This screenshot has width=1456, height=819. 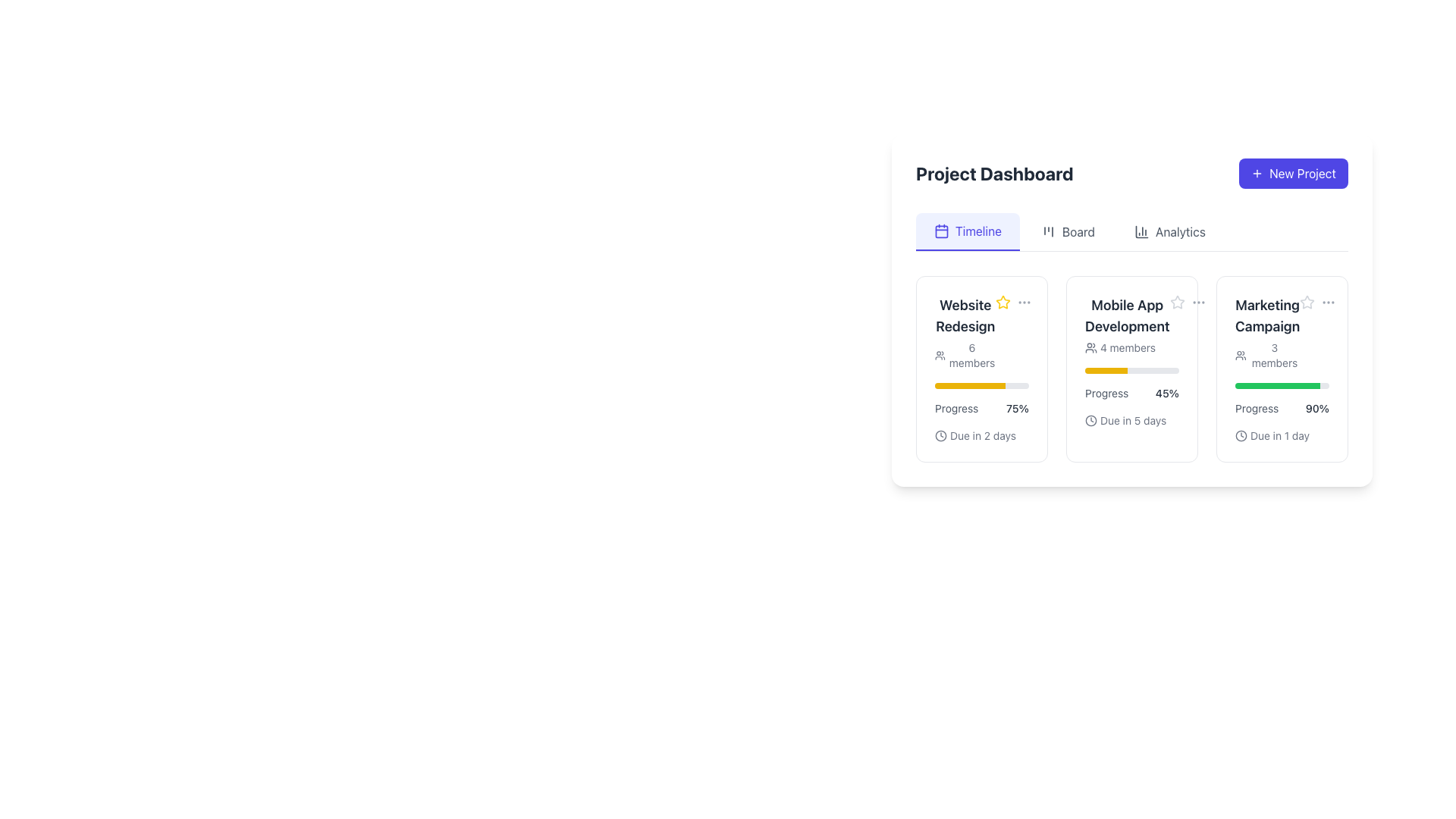 What do you see at coordinates (1267, 332) in the screenshot?
I see `displayed information from the Text with icon element labeled 'Marketing Campaign' which includes the text '3 members' and an associated icon` at bounding box center [1267, 332].